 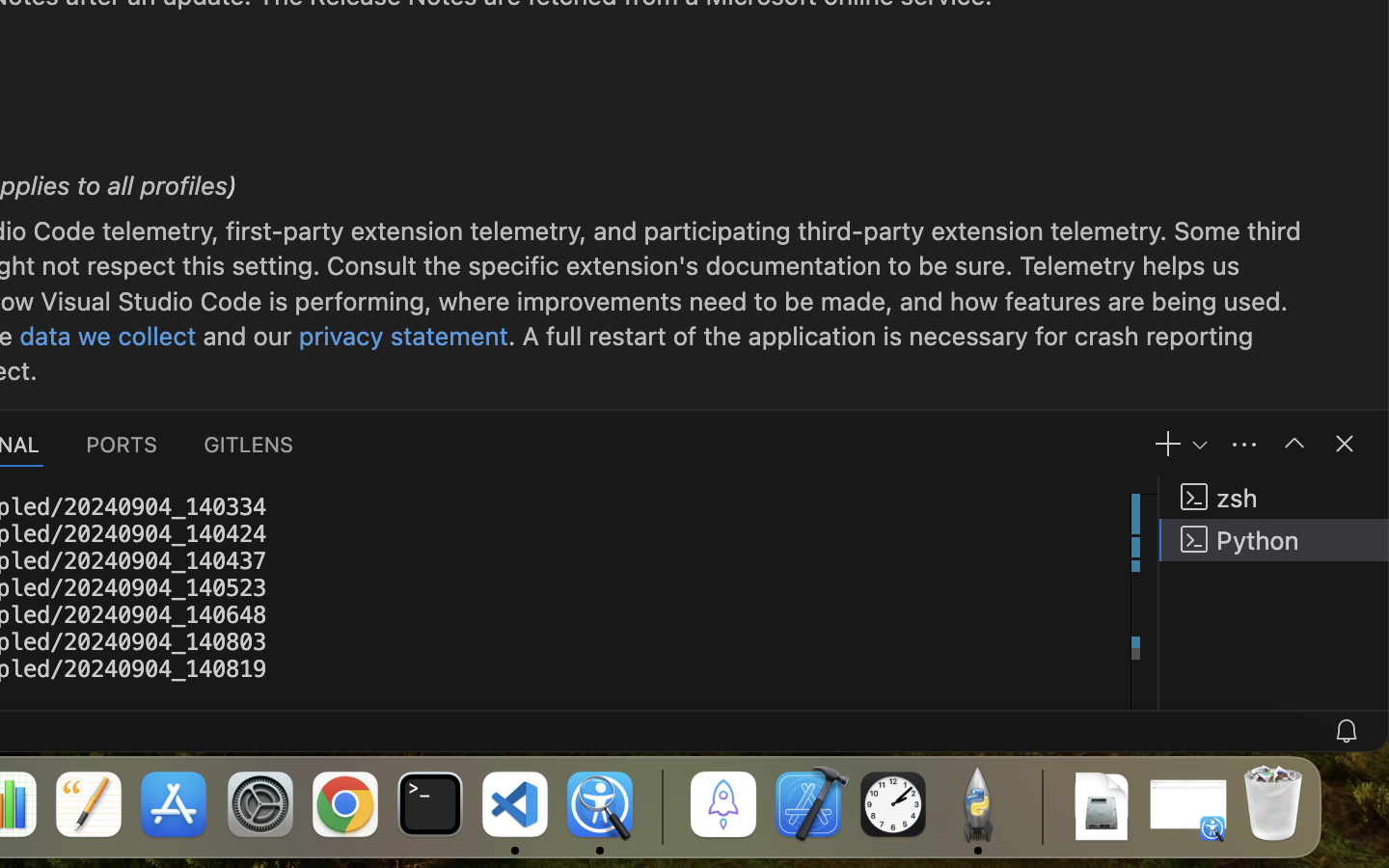 I want to click on '0 GITLENS', so click(x=249, y=442).